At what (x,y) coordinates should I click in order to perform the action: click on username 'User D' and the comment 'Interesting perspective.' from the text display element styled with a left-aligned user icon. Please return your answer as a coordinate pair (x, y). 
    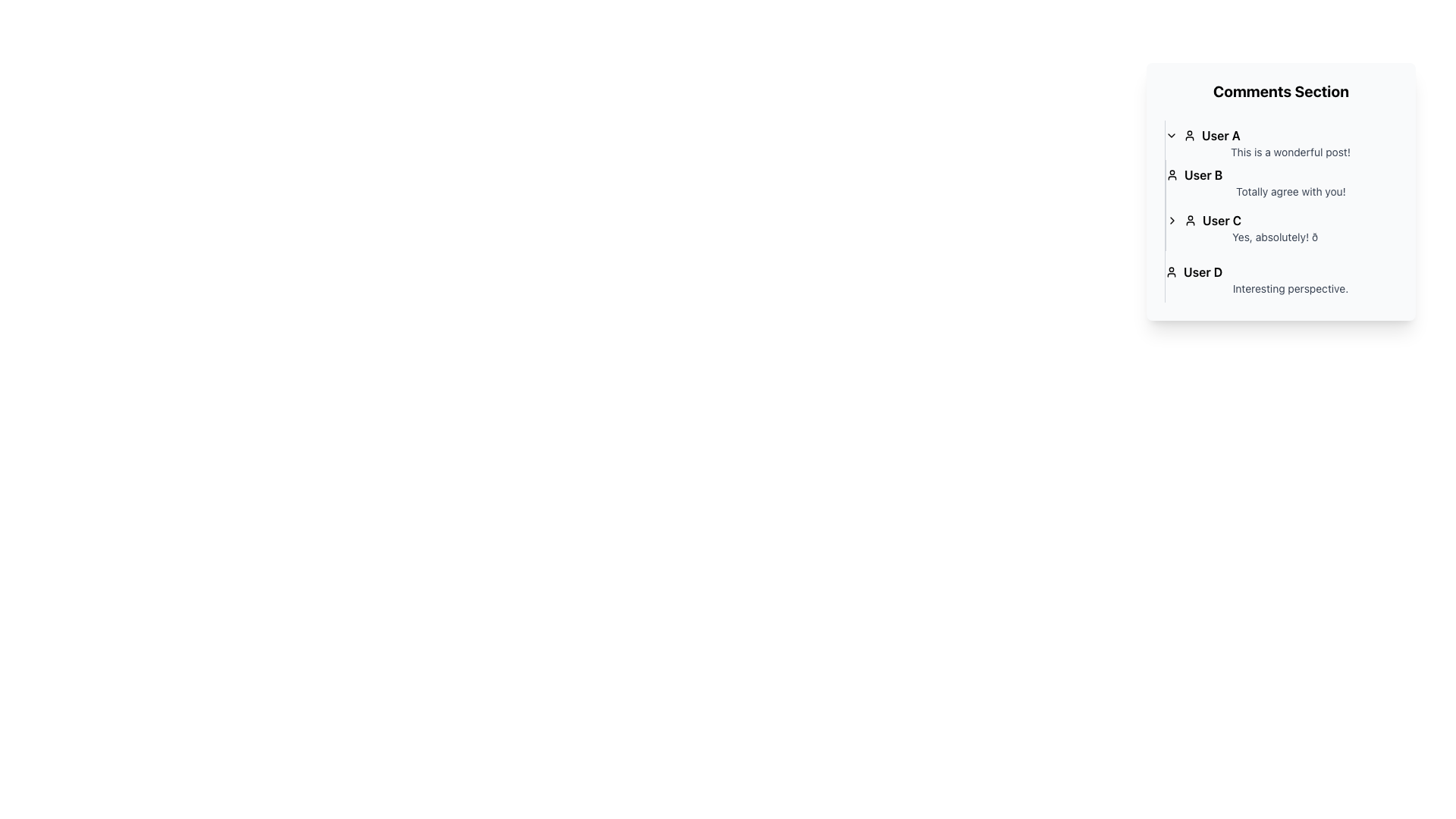
    Looking at the image, I should click on (1280, 280).